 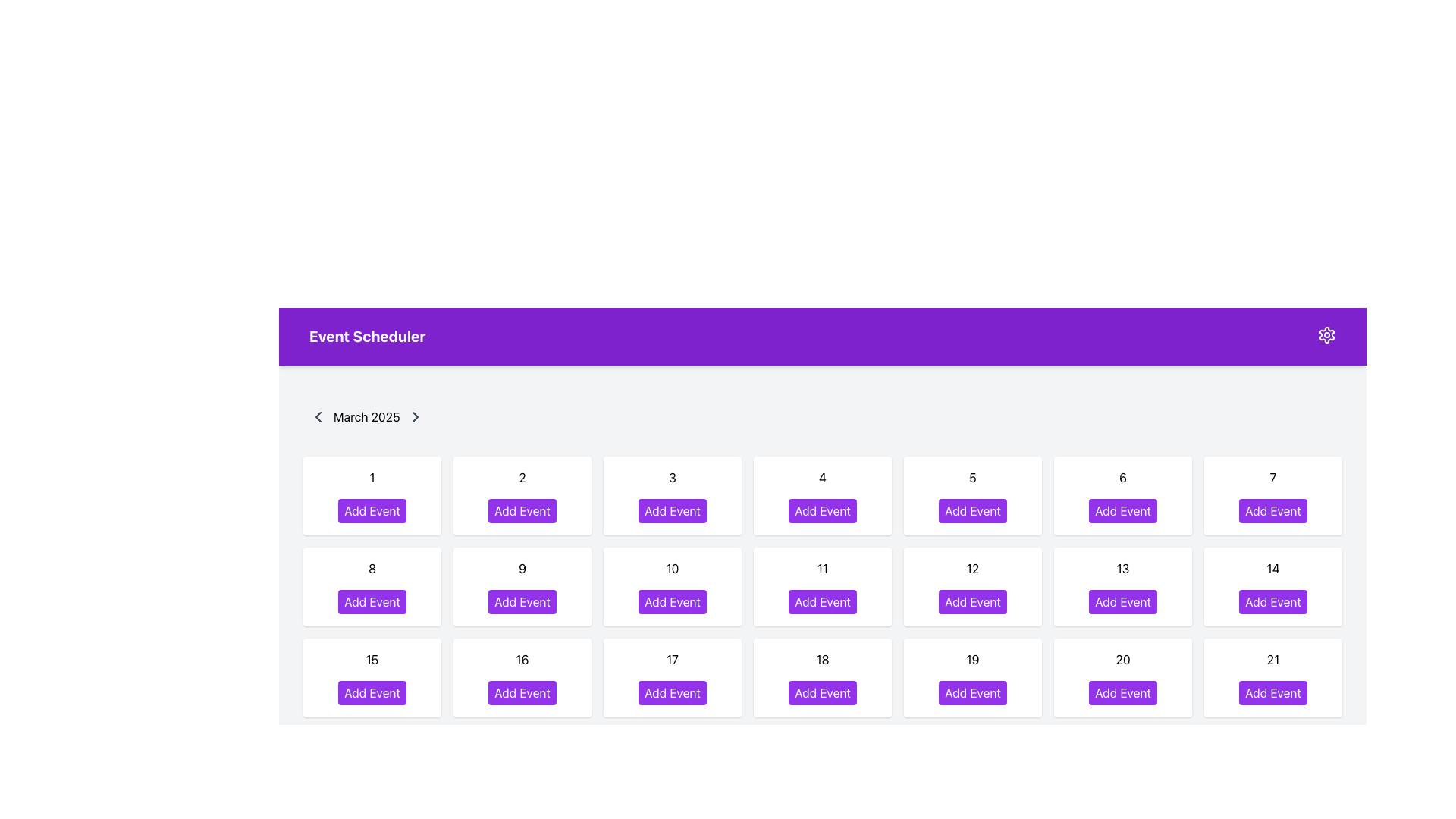 I want to click on the text label displaying 'March 2025' in the calendar interface, so click(x=366, y=417).